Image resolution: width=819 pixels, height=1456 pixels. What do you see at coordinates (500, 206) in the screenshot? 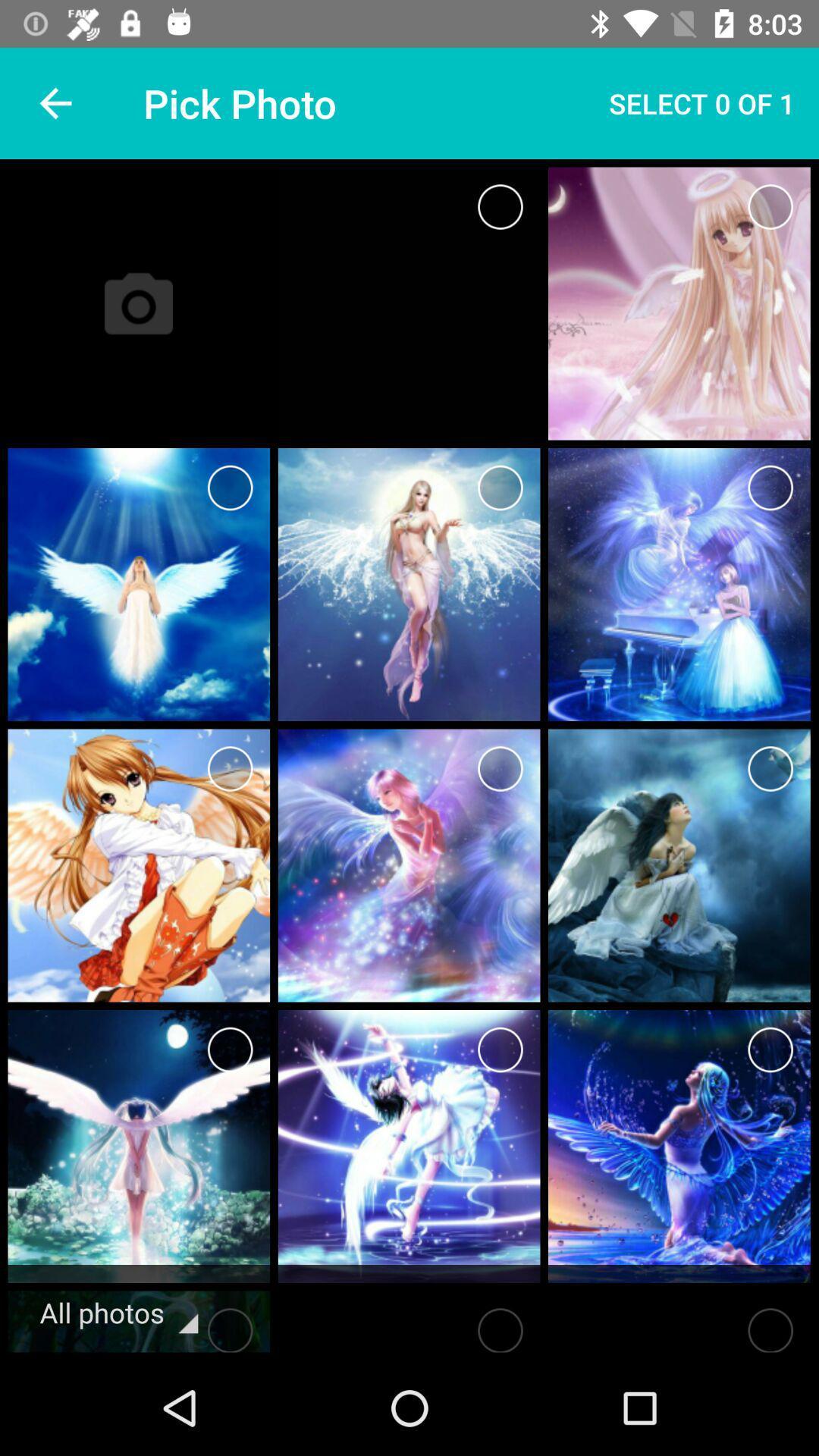
I see `select button in the first row first image` at bounding box center [500, 206].